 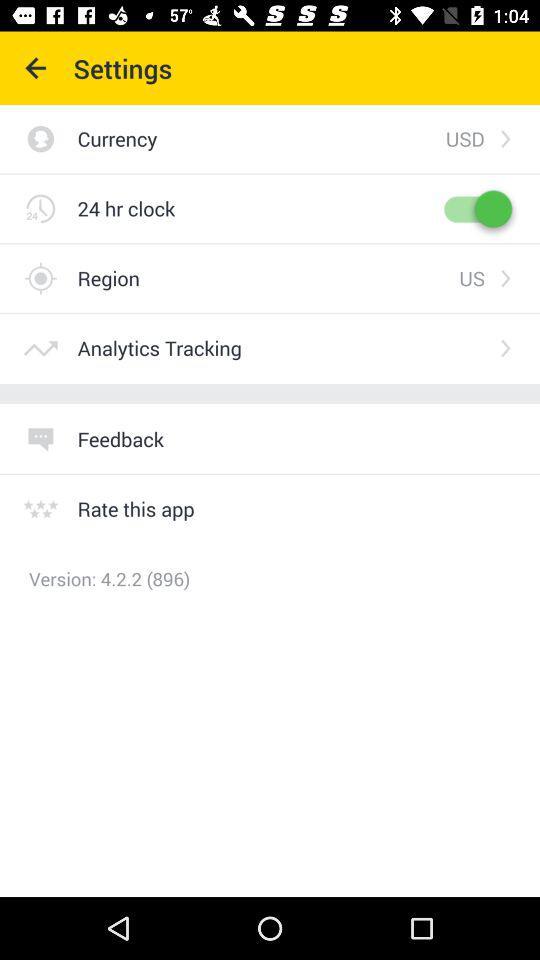 What do you see at coordinates (135, 508) in the screenshot?
I see `rate this app item` at bounding box center [135, 508].